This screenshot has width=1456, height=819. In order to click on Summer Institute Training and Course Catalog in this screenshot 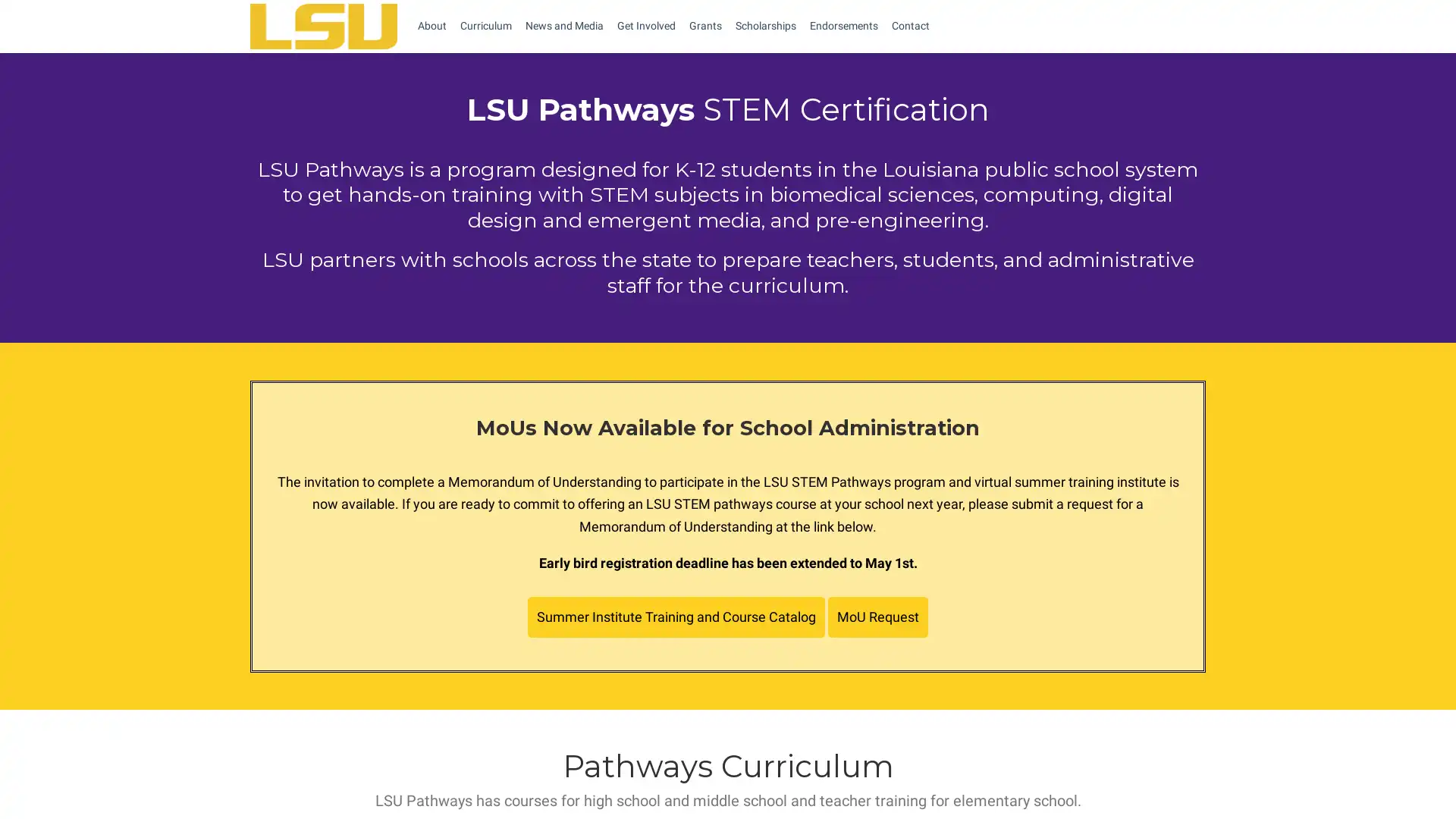, I will do `click(676, 617)`.